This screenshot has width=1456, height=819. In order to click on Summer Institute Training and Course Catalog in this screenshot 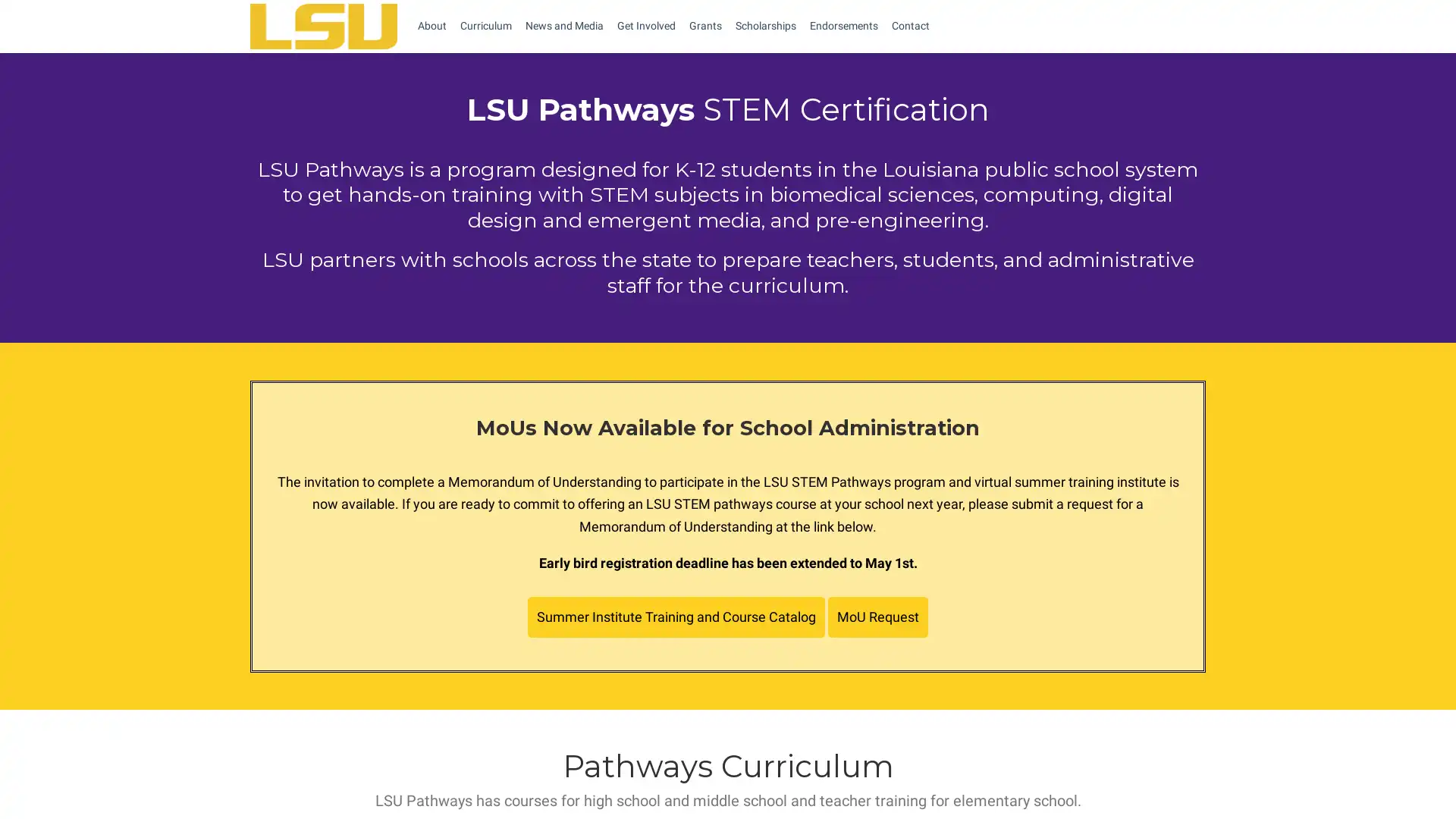, I will do `click(676, 617)`.